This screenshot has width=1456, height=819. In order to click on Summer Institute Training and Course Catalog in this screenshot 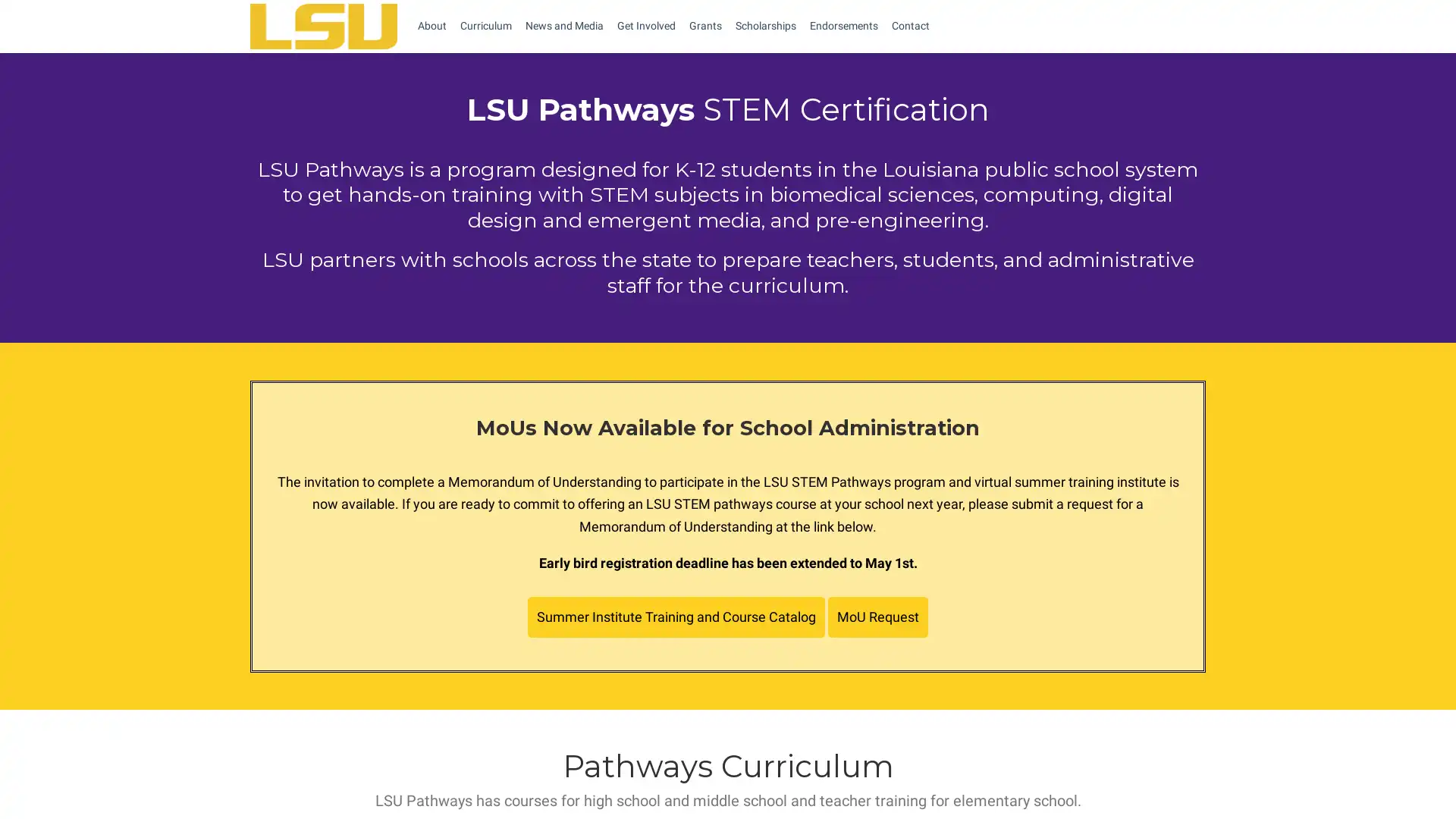, I will do `click(676, 617)`.